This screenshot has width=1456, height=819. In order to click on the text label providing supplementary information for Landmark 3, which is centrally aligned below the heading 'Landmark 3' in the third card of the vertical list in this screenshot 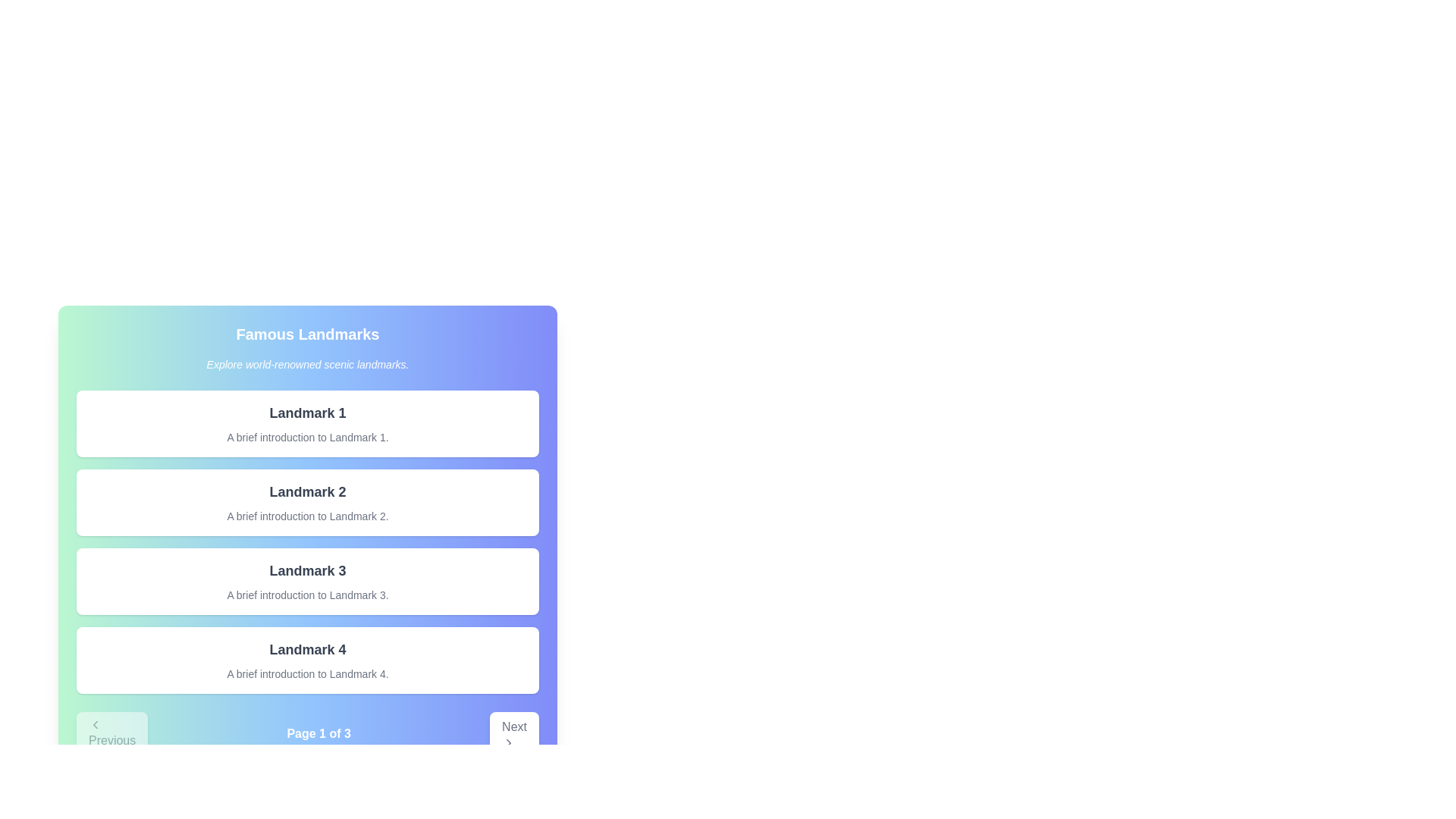, I will do `click(307, 595)`.